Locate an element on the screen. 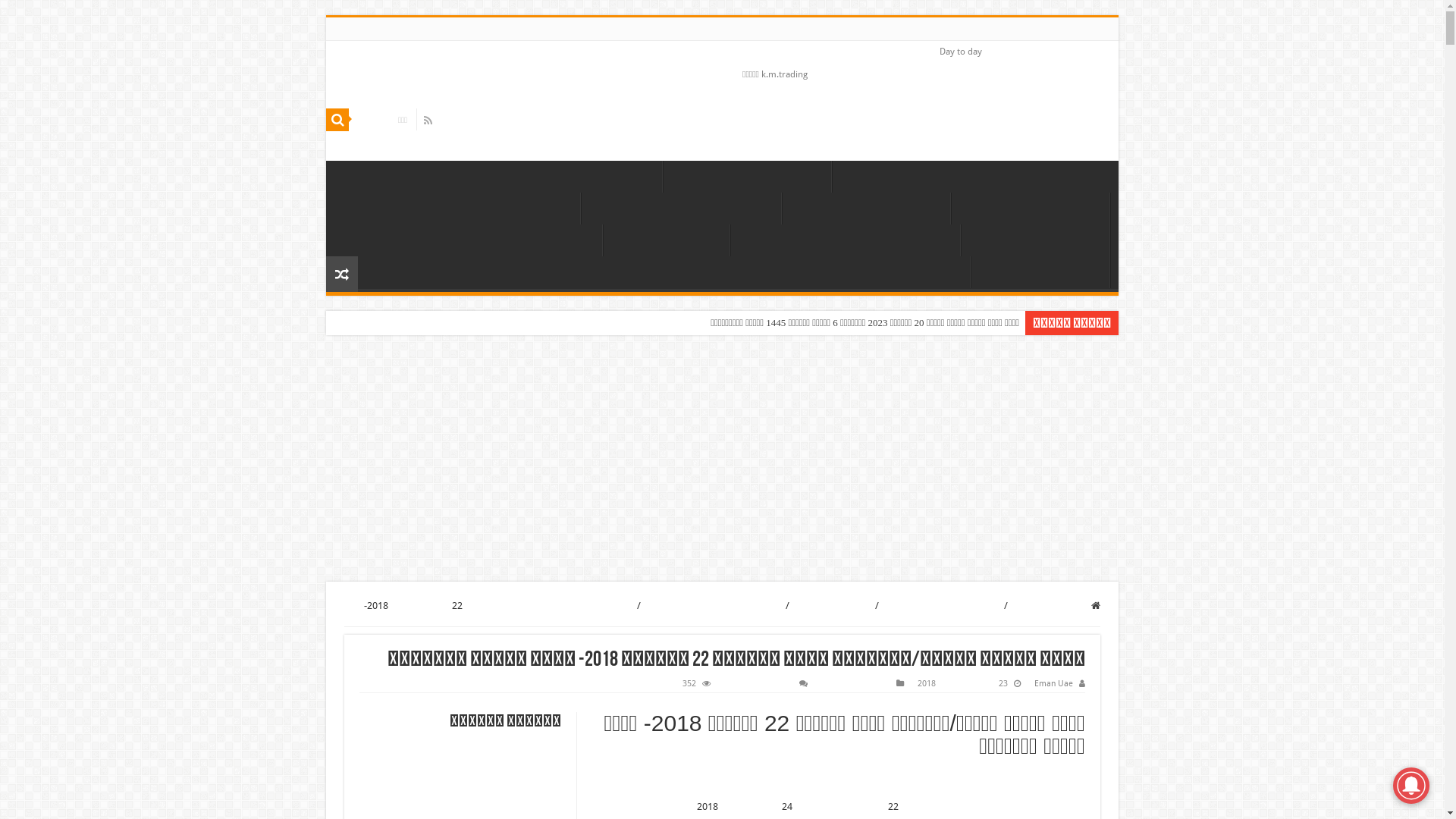  'Eman Uae' is located at coordinates (1053, 683).